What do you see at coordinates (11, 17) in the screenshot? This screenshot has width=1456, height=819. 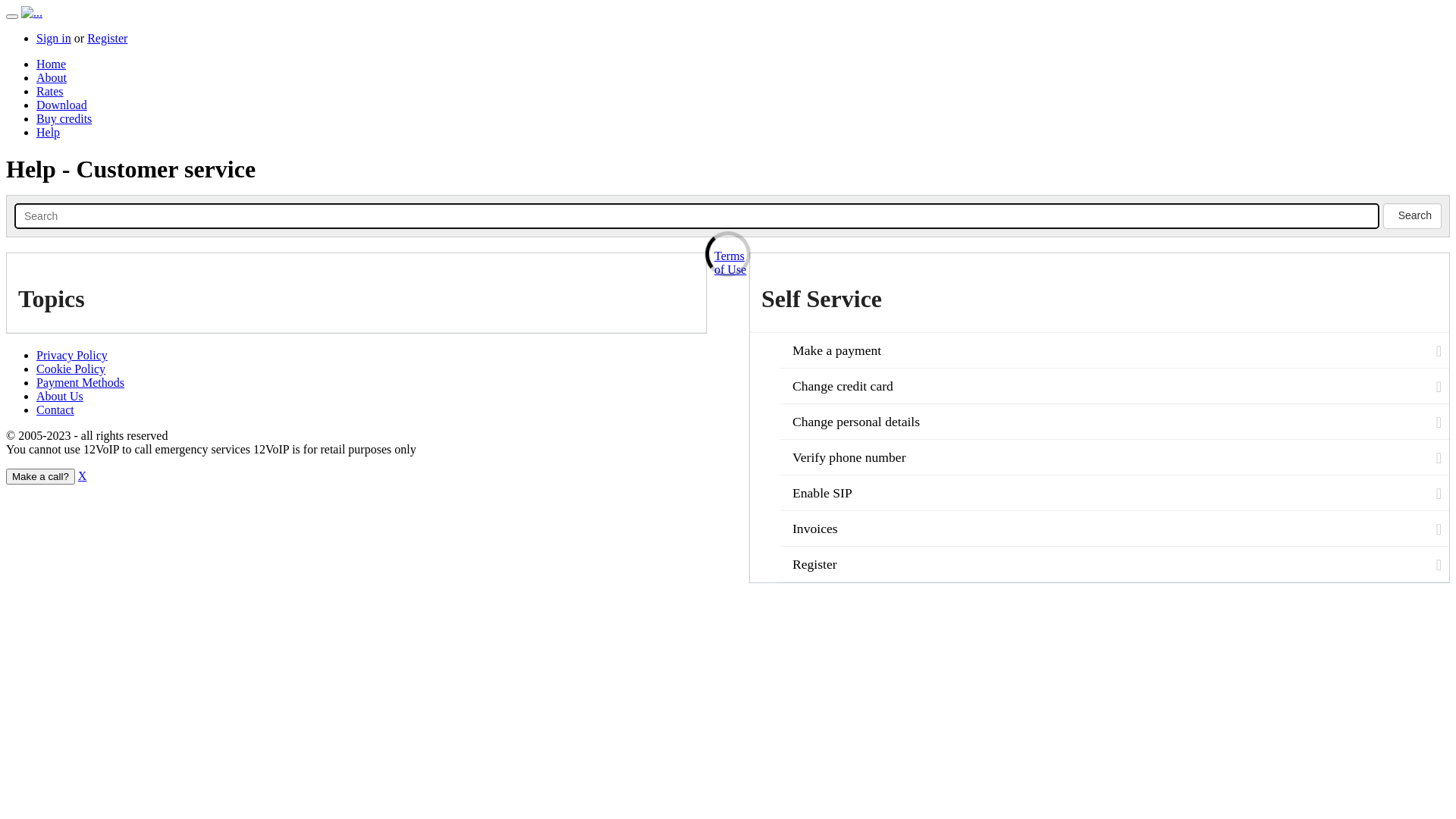 I see `'Toggle navigation'` at bounding box center [11, 17].